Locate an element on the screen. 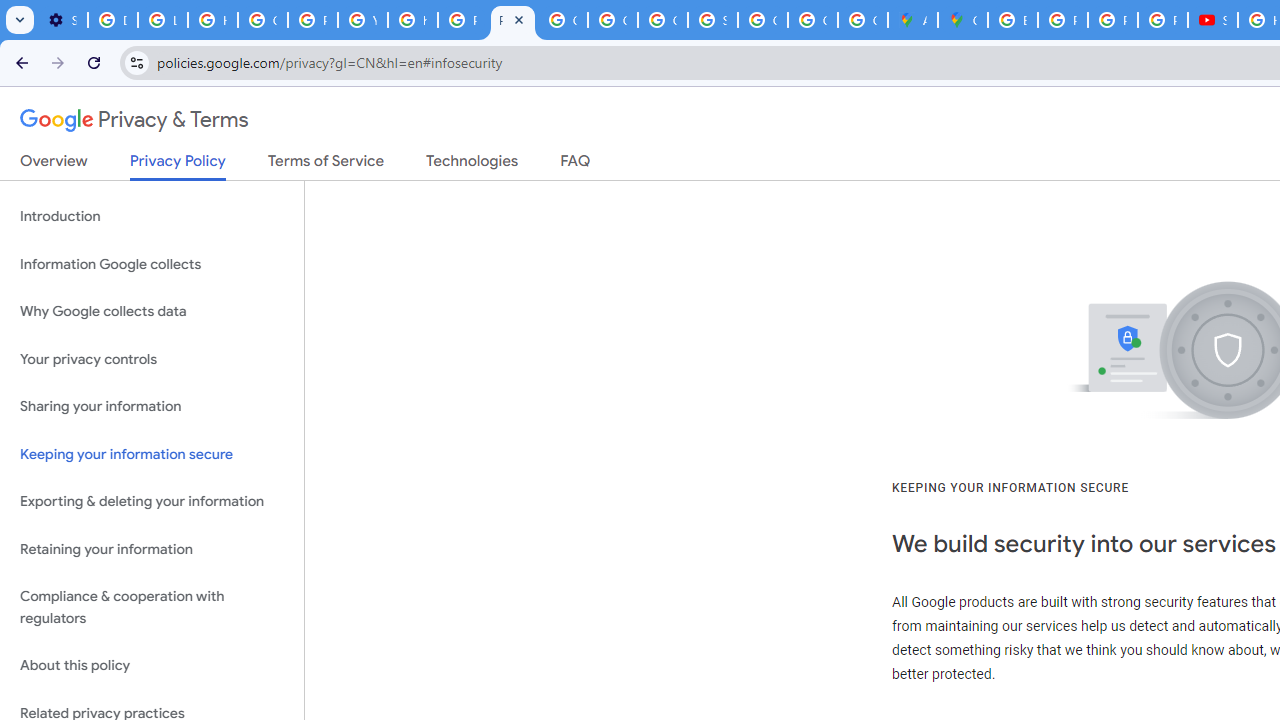  'Google Maps' is located at coordinates (963, 20).